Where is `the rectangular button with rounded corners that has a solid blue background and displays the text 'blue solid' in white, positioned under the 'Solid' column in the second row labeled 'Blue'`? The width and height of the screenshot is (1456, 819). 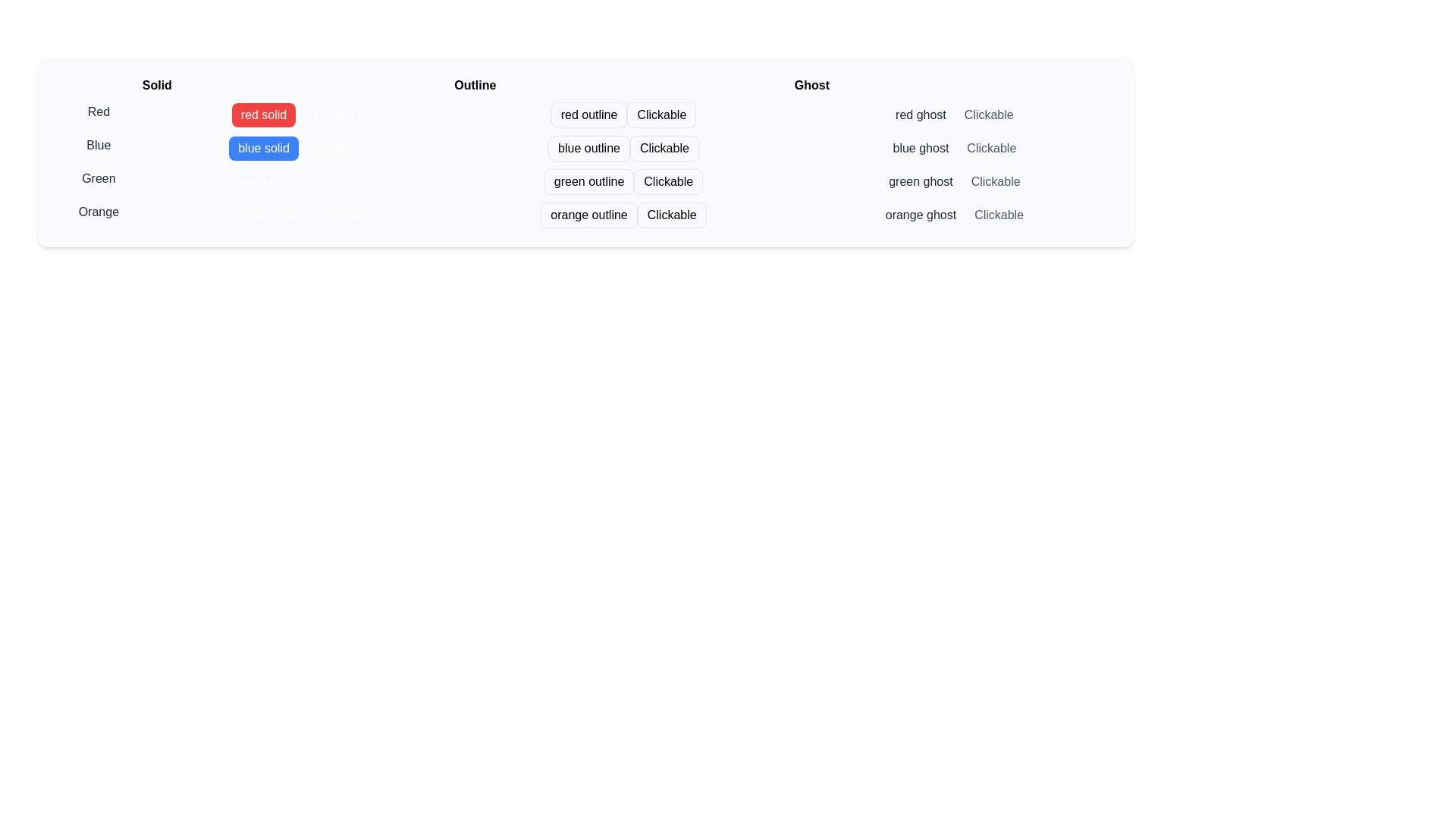 the rectangular button with rounded corners that has a solid blue background and displays the text 'blue solid' in white, positioned under the 'Solid' column in the second row labeled 'Blue' is located at coordinates (263, 149).